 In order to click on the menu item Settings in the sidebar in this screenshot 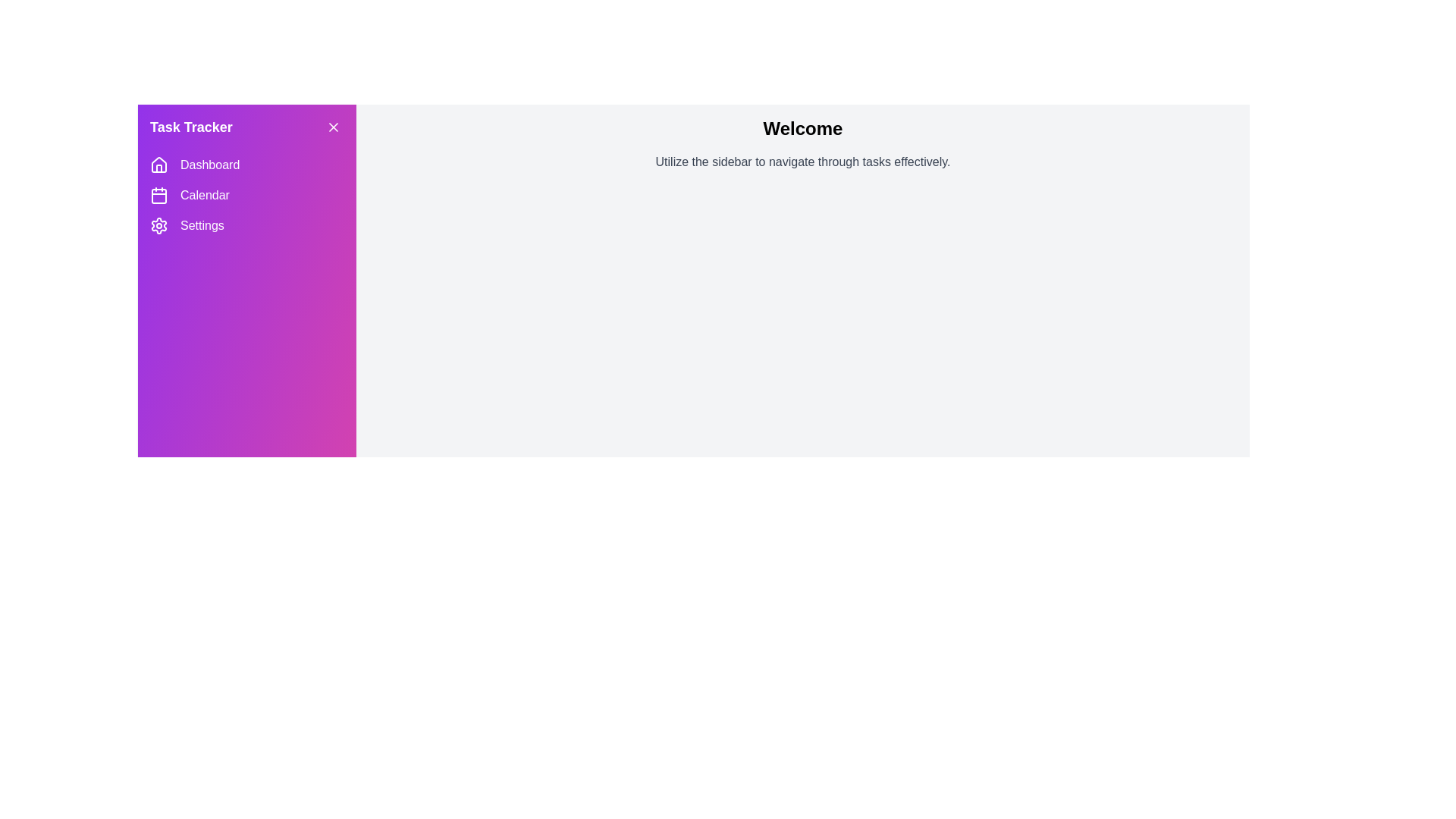, I will do `click(247, 225)`.